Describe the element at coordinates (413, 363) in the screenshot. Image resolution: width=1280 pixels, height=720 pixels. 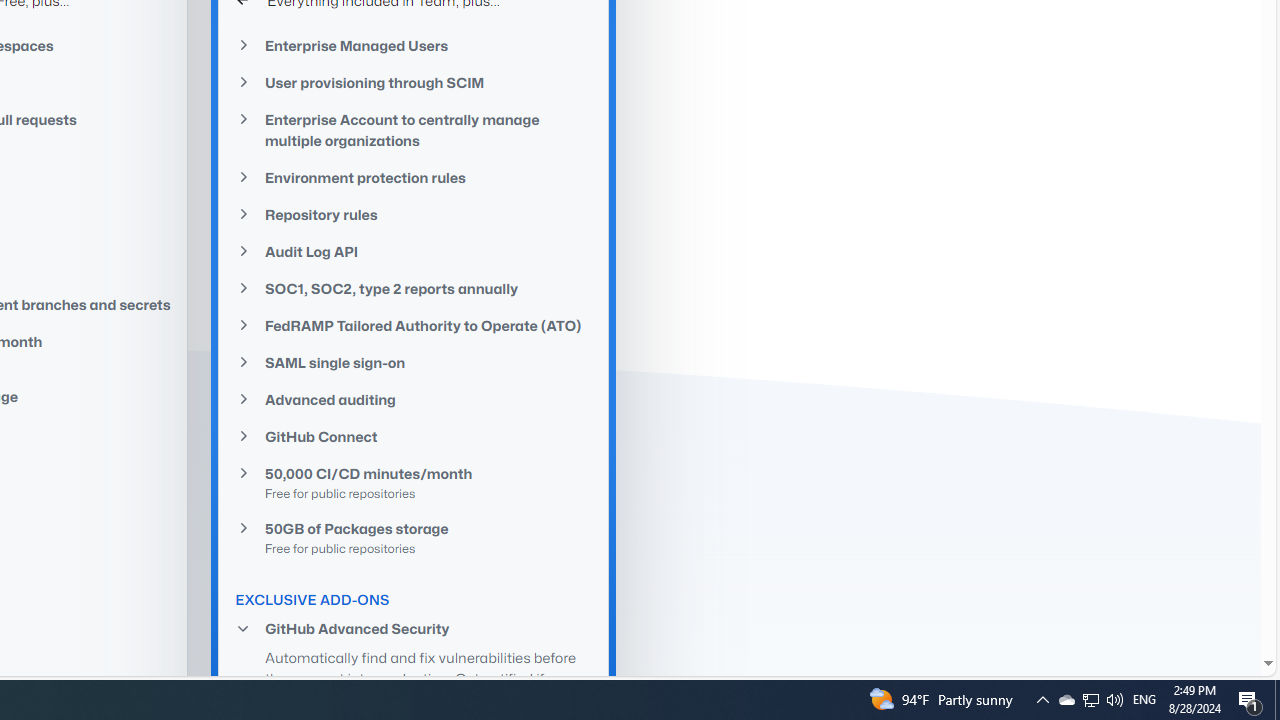
I see `'SAML single sign-on'` at that location.